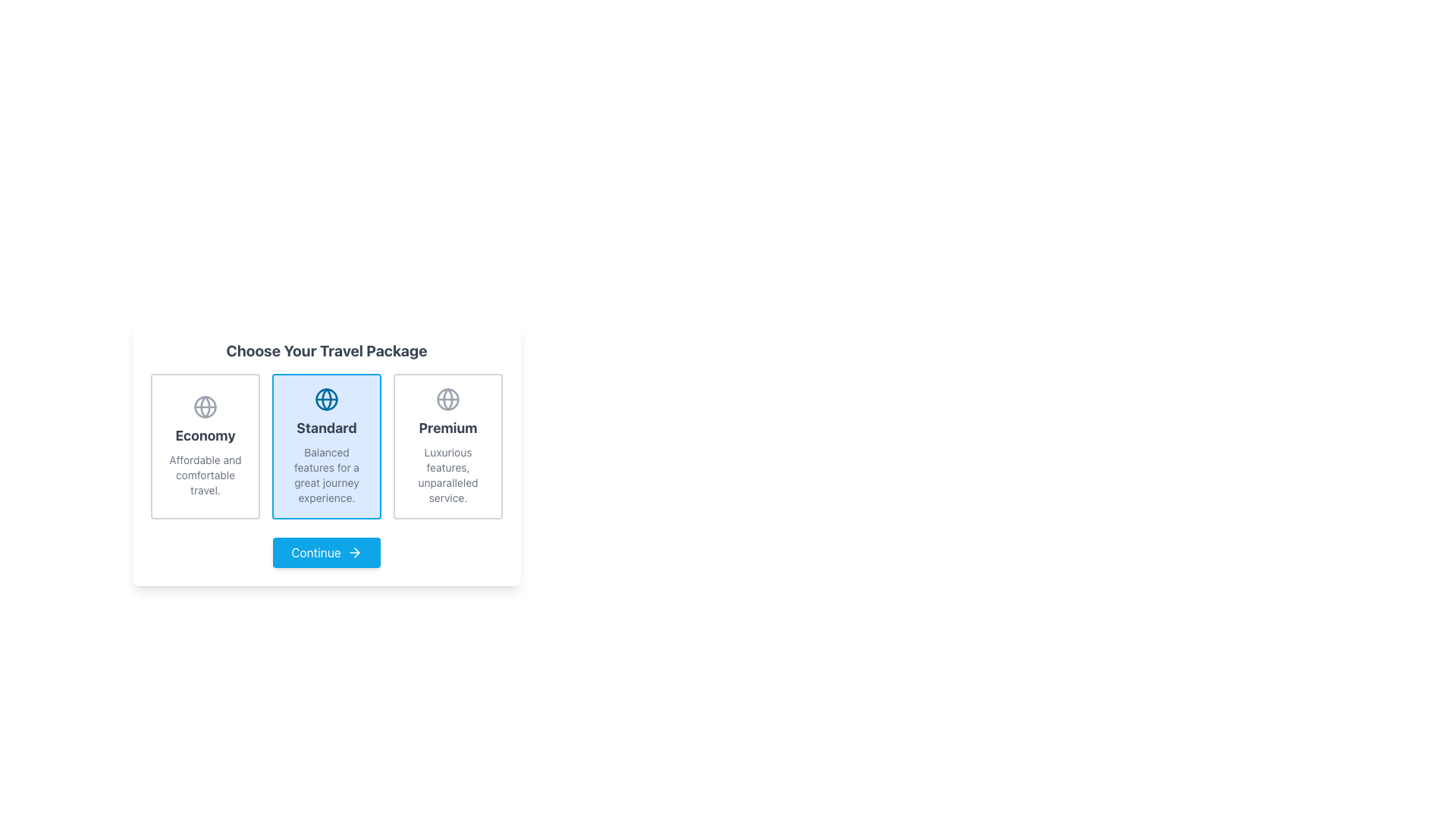 The height and width of the screenshot is (819, 1456). Describe the element at coordinates (326, 428) in the screenshot. I see `label of the text element displaying 'Standard' in a bold, large gray font, centrally positioned within the blue card` at that location.